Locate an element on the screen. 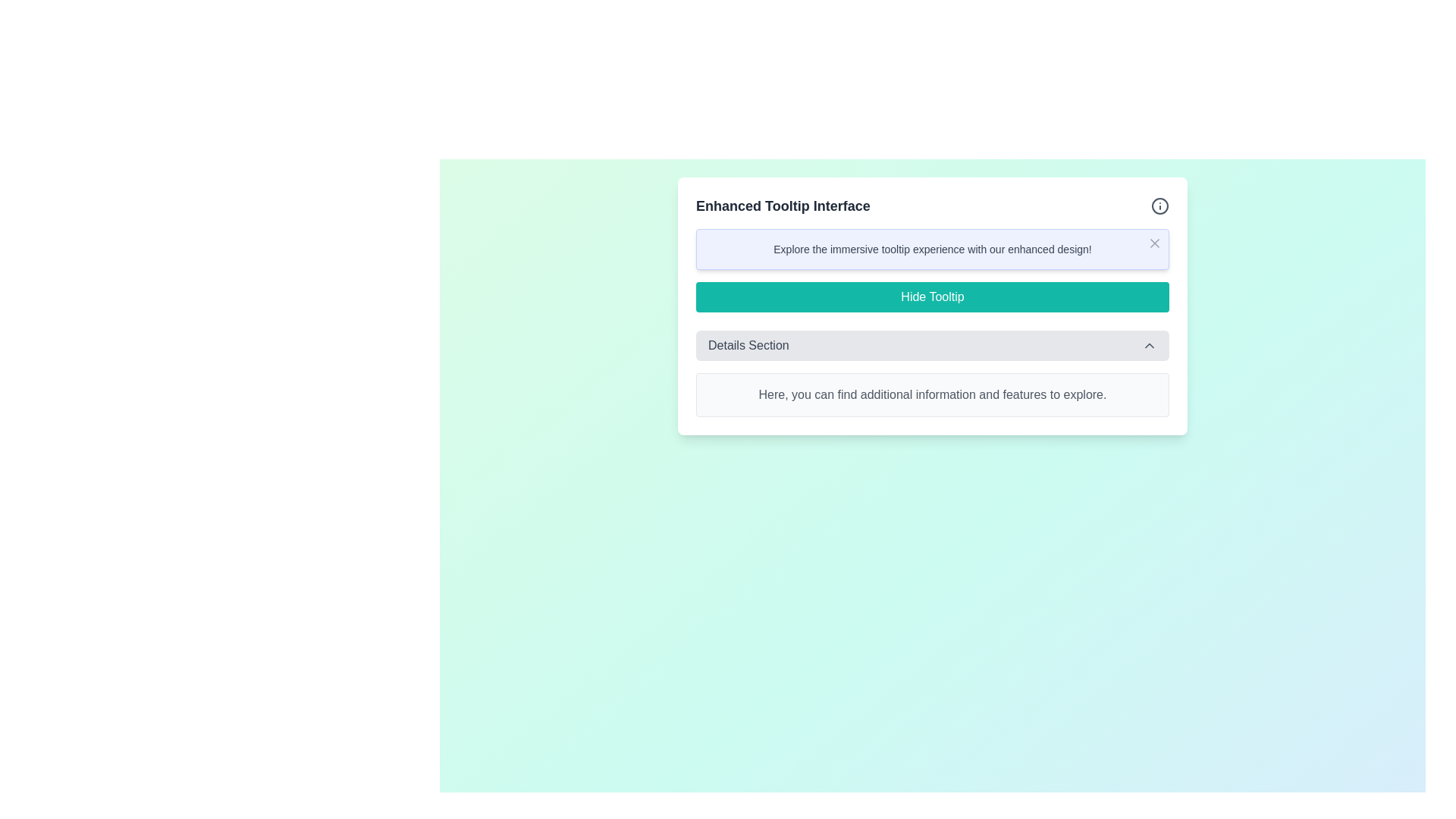 Image resolution: width=1456 pixels, height=819 pixels. the small upward-pointing chevron icon button located on the far-right side of the 'Details Section' header is located at coordinates (1150, 345).